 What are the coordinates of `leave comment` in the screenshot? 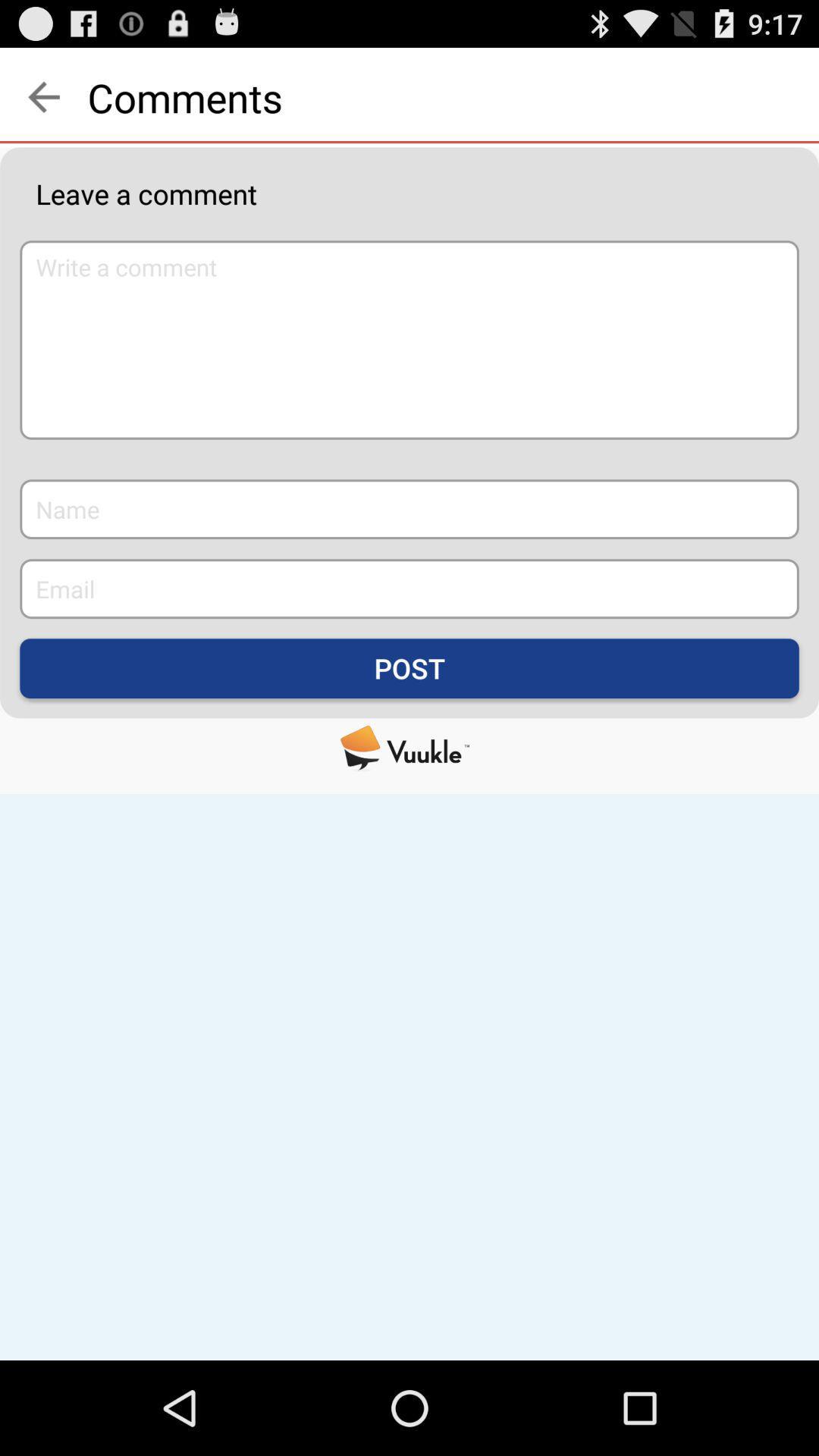 It's located at (409, 339).